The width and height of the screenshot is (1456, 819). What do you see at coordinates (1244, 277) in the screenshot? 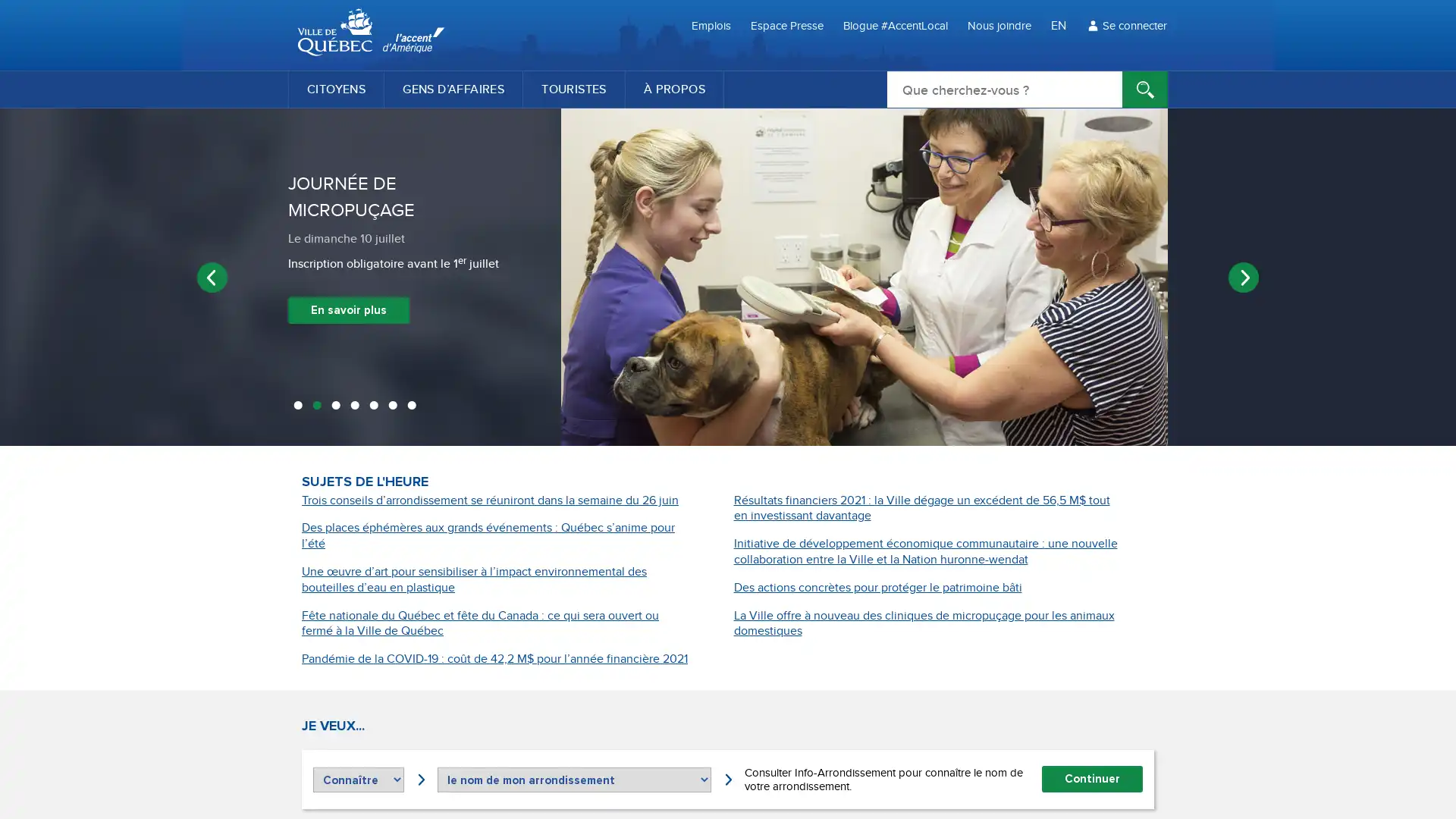
I see `Diapositive suivante` at bounding box center [1244, 277].